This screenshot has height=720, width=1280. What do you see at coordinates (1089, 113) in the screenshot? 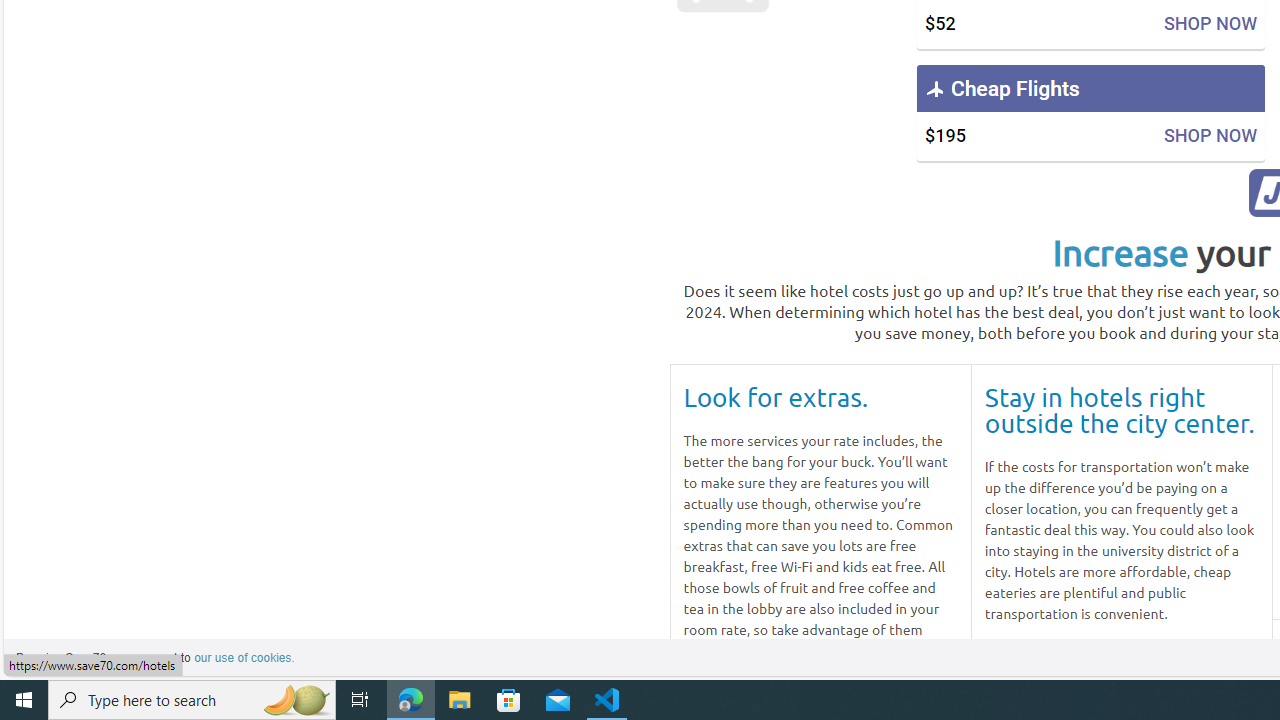
I see `'Cheap Flights $195 SHOP NOW'` at bounding box center [1089, 113].